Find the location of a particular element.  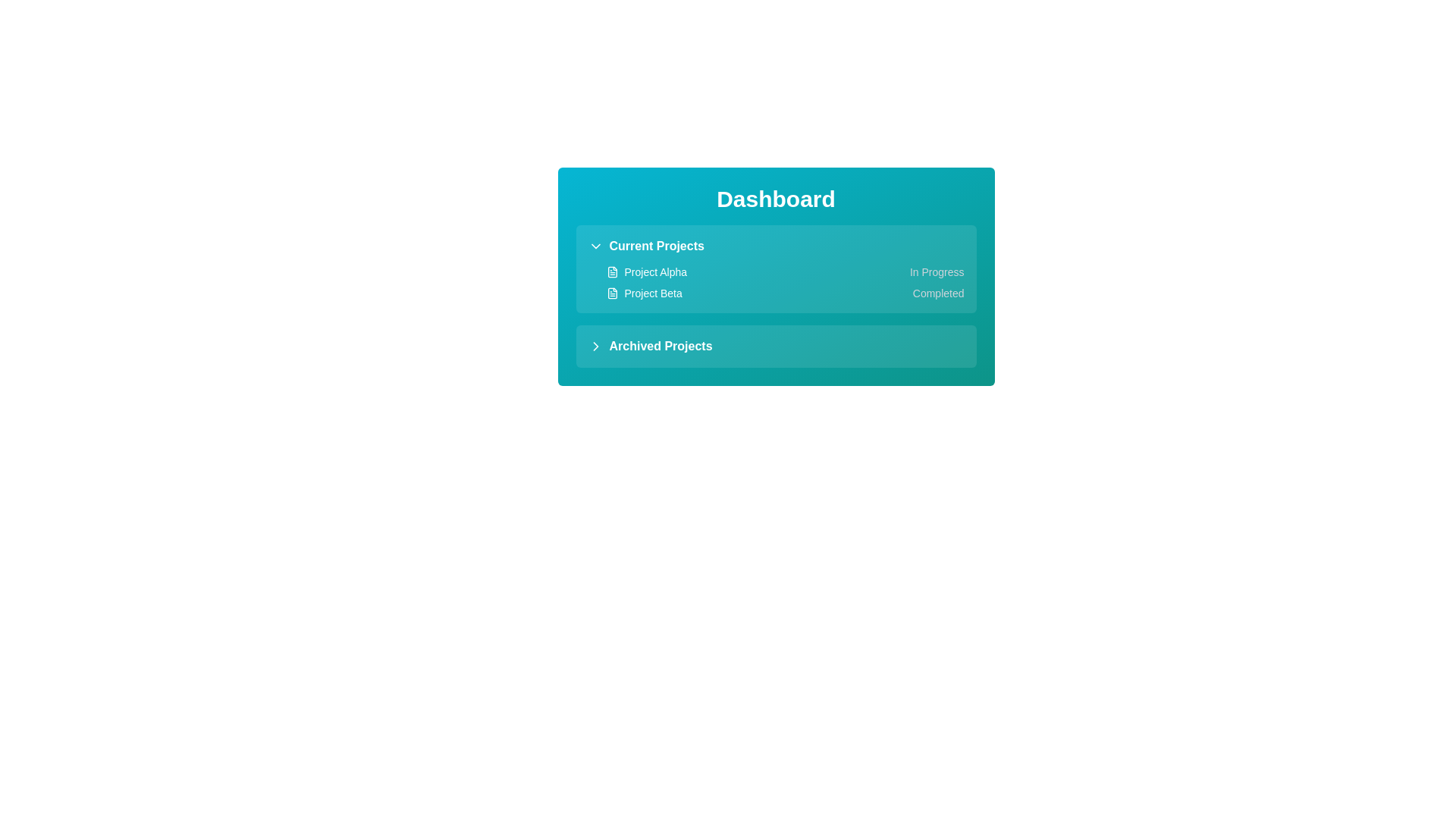

the project name or label in the 'Current Projects' list is located at coordinates (644, 293).